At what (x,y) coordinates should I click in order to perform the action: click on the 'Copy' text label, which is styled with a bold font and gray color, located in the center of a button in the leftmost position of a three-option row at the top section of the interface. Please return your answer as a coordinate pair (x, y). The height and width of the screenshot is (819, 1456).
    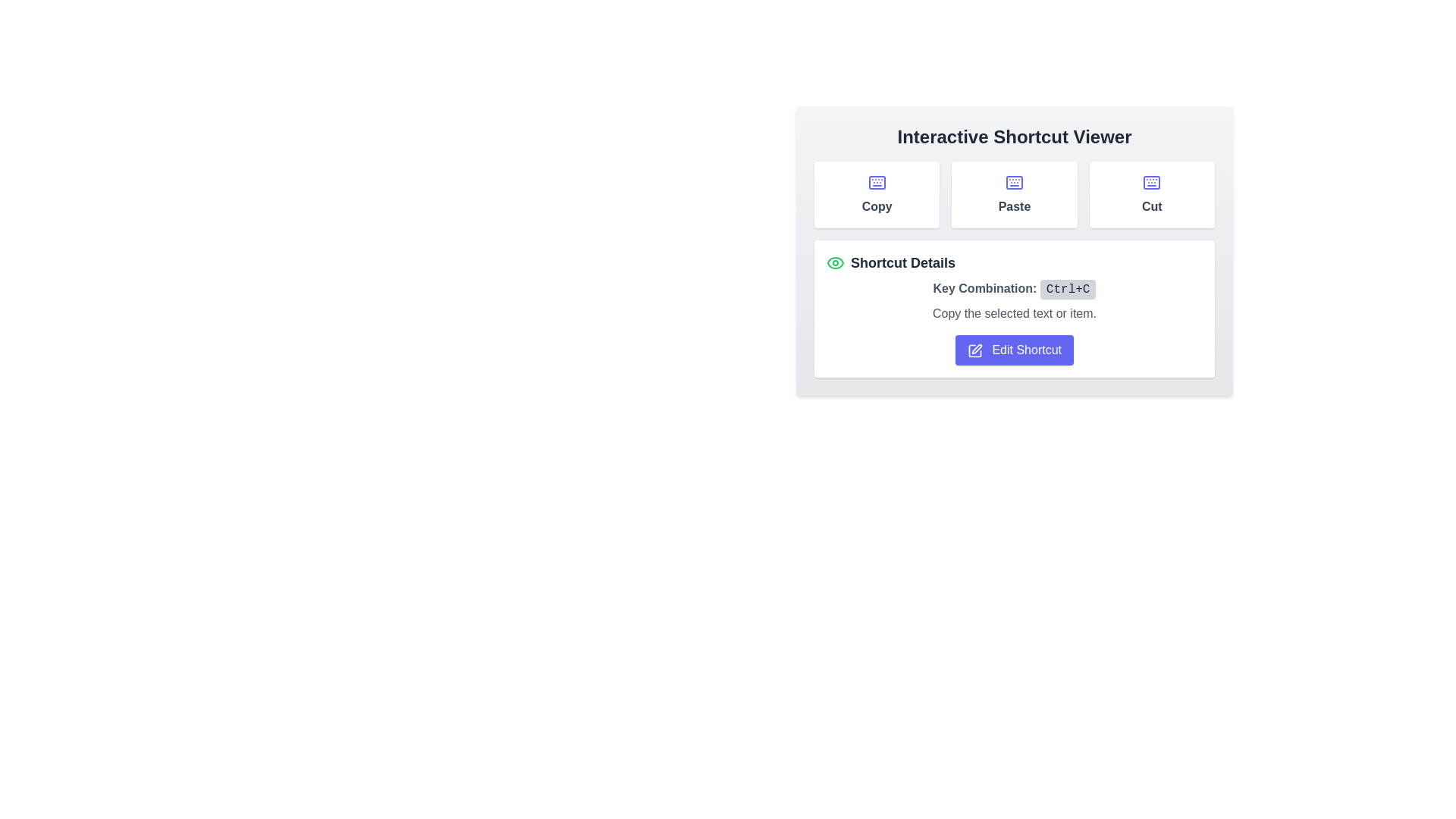
    Looking at the image, I should click on (877, 207).